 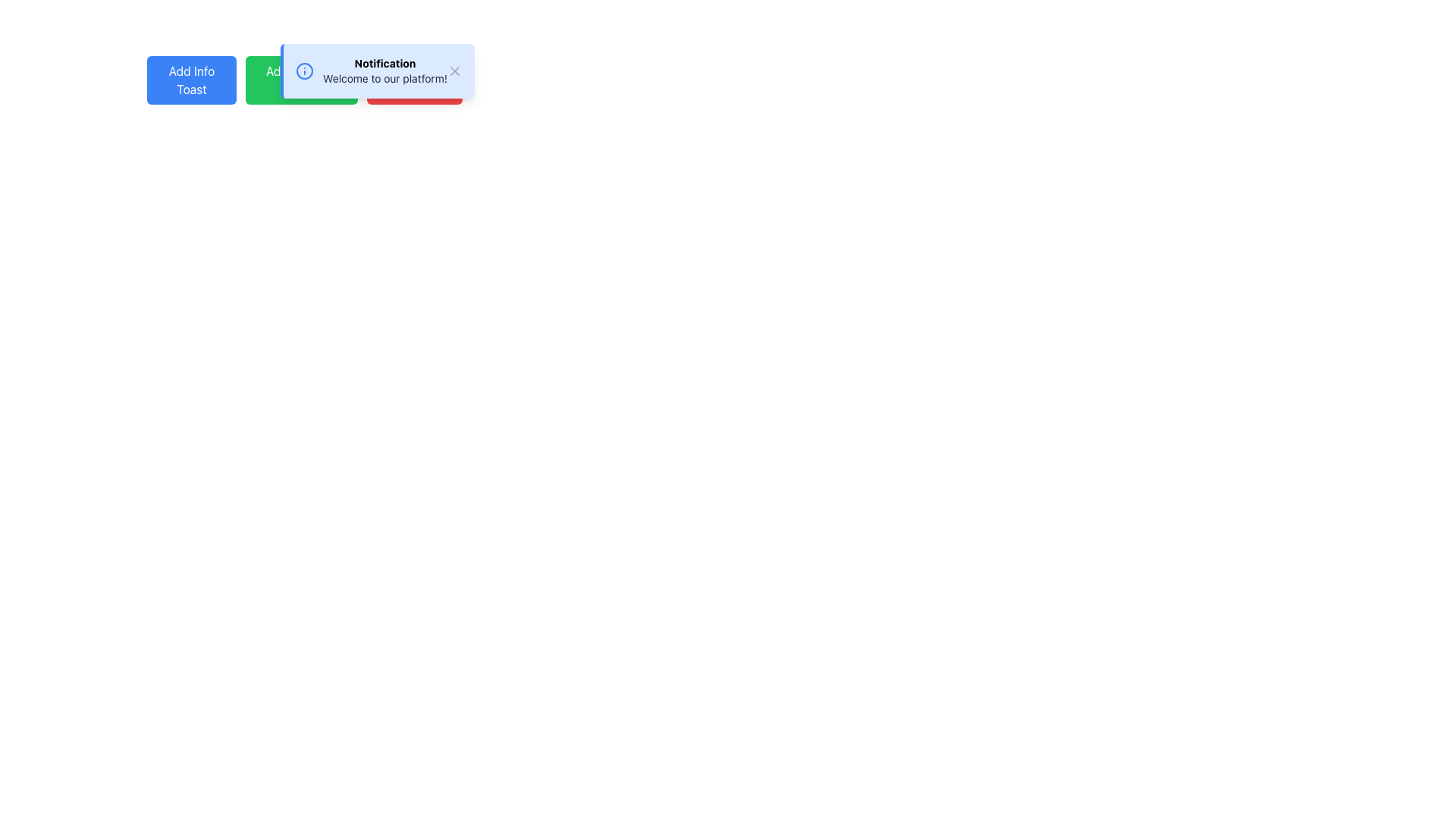 What do you see at coordinates (384, 63) in the screenshot?
I see `the header text label that provides context or indication about the content, located above the 'Welcome to our platform!' text element` at bounding box center [384, 63].